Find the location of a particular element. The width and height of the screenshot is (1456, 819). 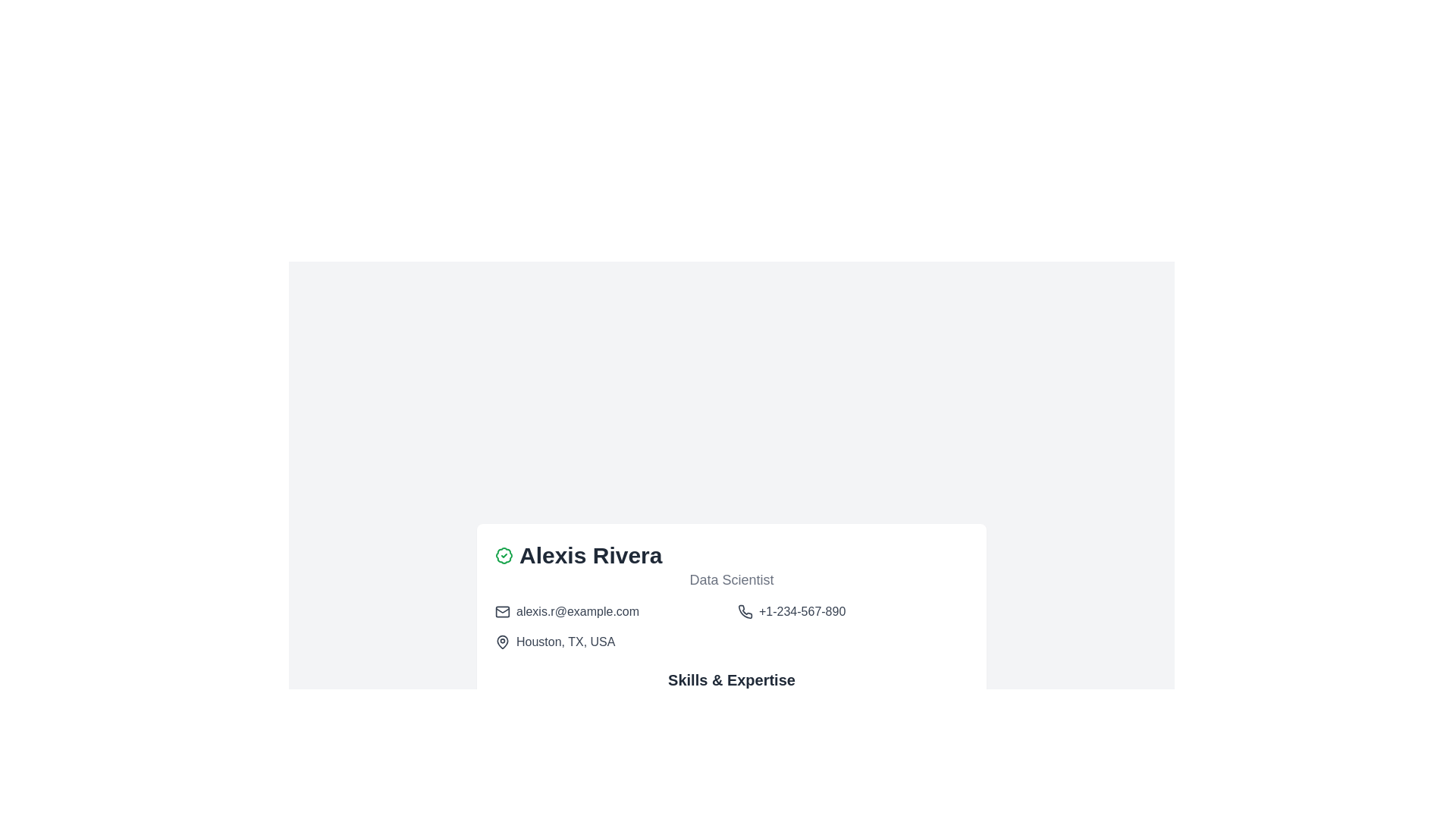

the phone contact icon located in the profile section of the user interface is located at coordinates (745, 610).